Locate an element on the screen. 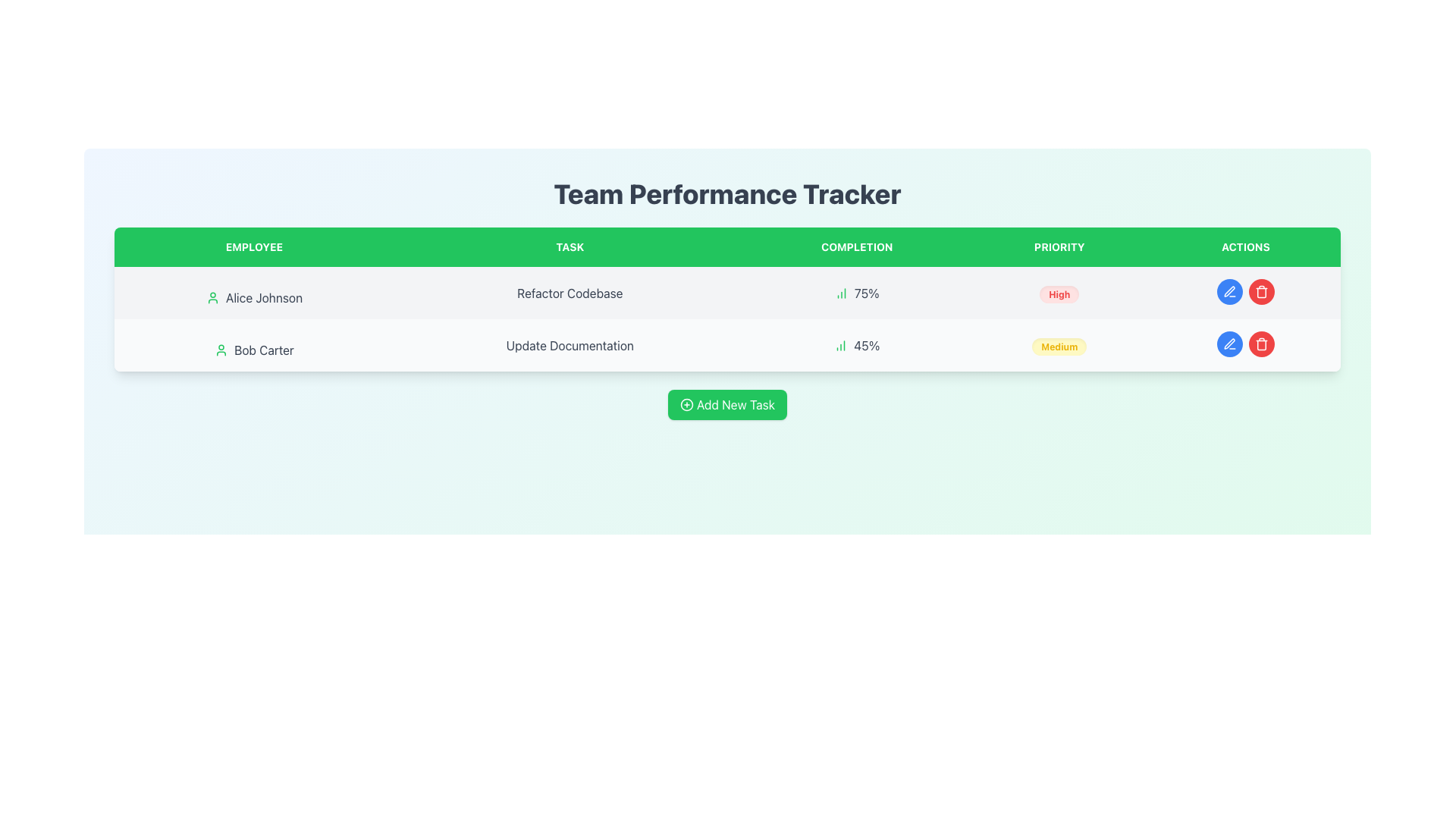 This screenshot has width=1456, height=819. the text label displaying the name 'Alice Johnson' in the first row of the 'Team Performance Tracker' table under the 'Employee' column is located at coordinates (254, 298).